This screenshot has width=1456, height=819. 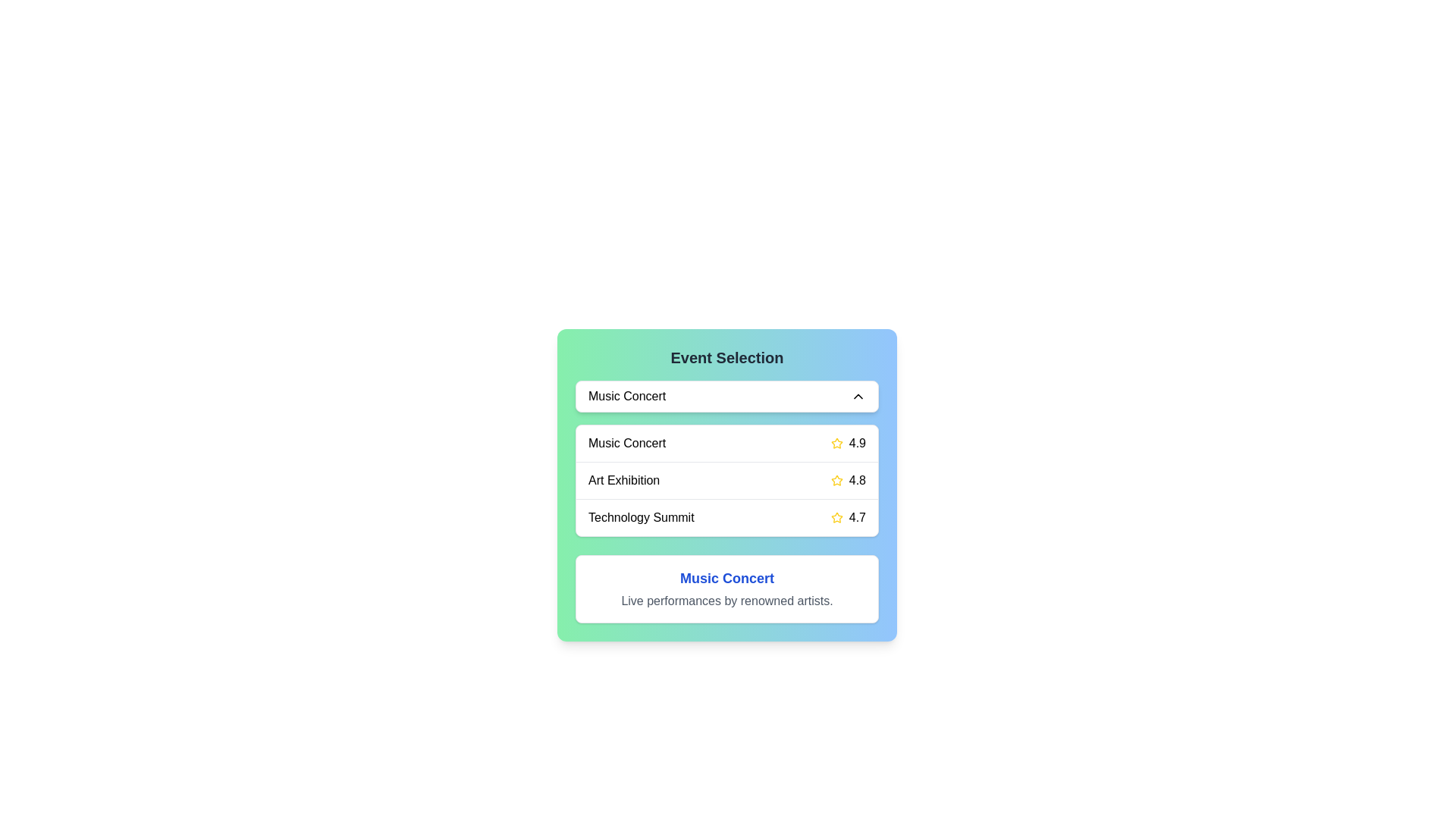 I want to click on the 'Music Concert' text label in the dropdown menu indicating the currently selected category, so click(x=627, y=396).